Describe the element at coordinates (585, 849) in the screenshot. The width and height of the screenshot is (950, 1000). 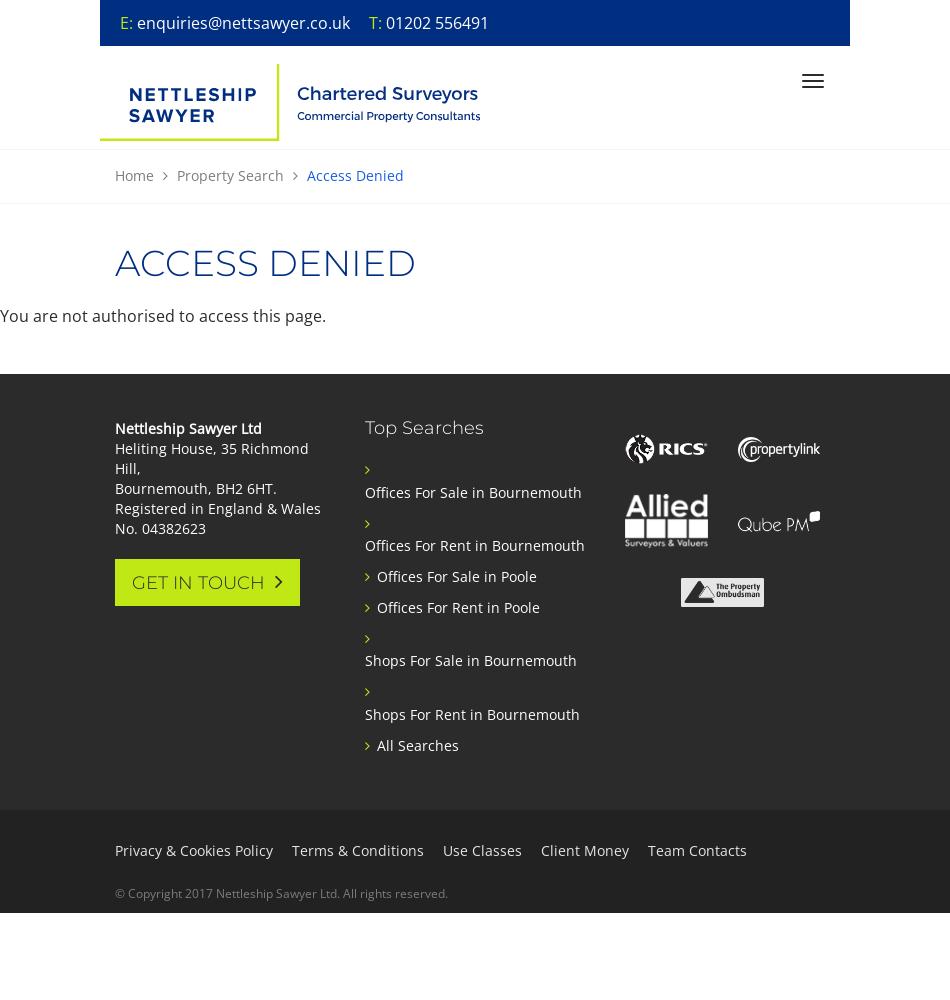
I see `'Client Money'` at that location.